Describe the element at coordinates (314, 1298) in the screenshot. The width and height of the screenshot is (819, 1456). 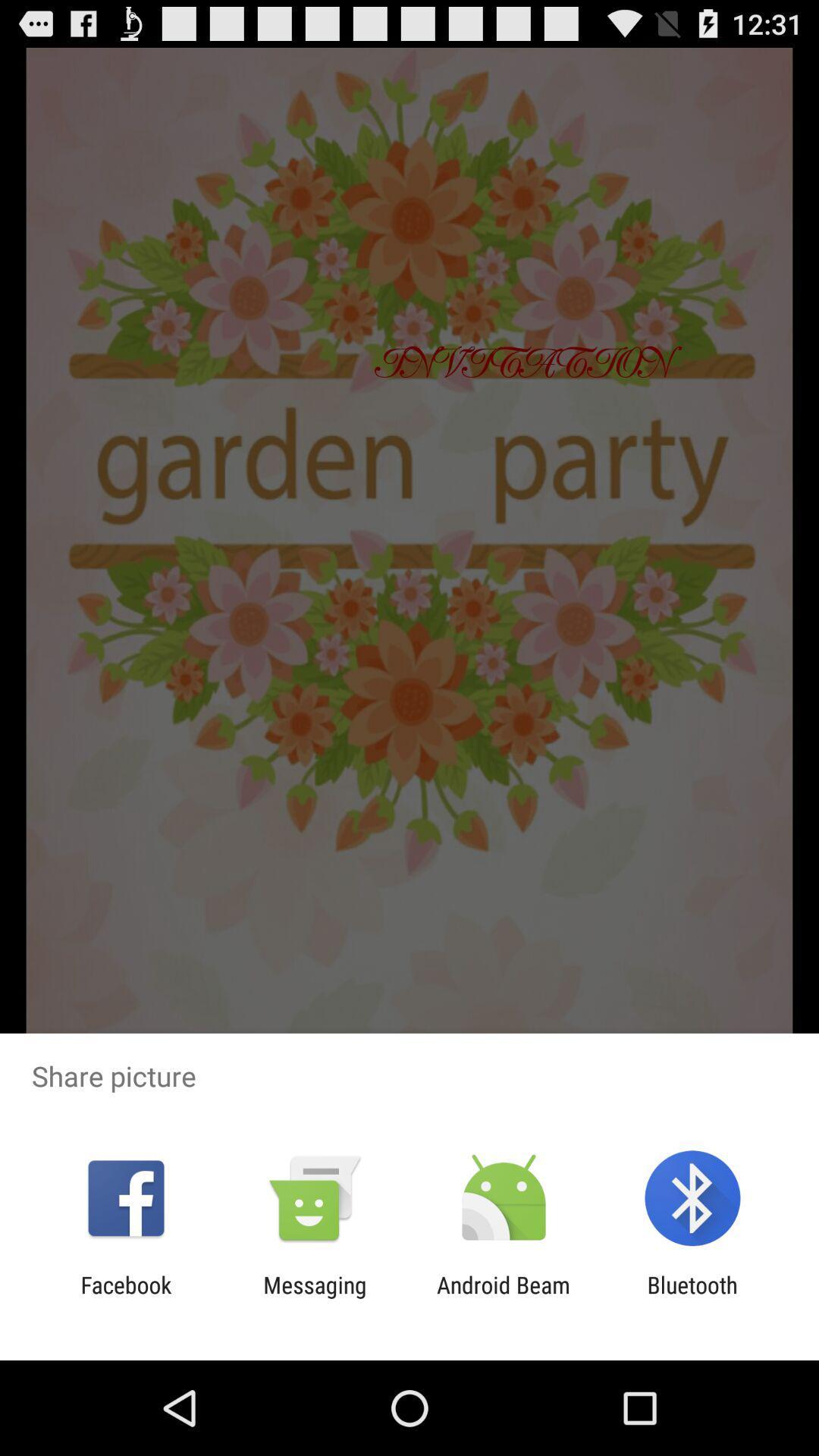
I see `the app to the right of facebook` at that location.